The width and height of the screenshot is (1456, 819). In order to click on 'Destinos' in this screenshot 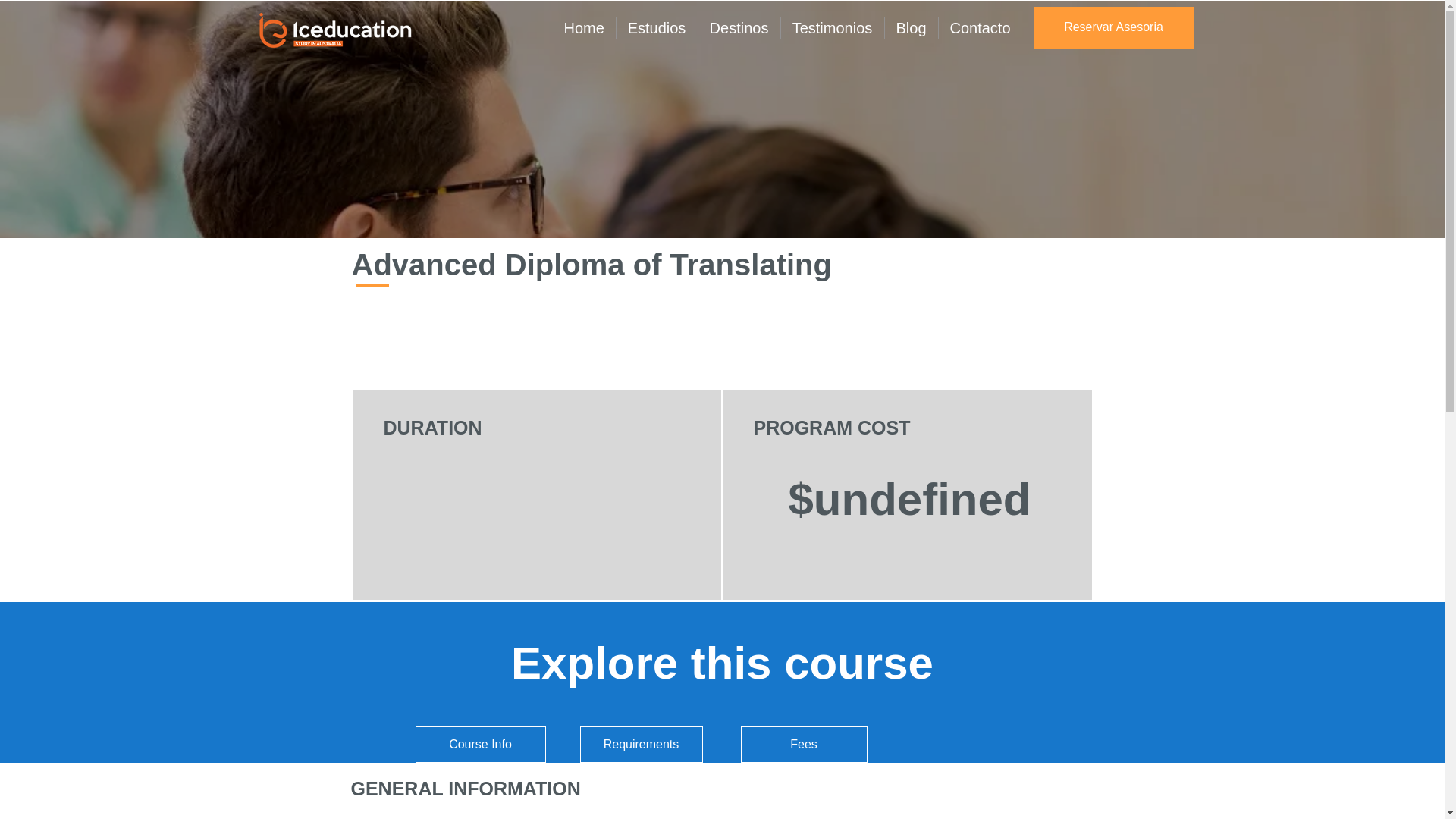, I will do `click(739, 28)`.